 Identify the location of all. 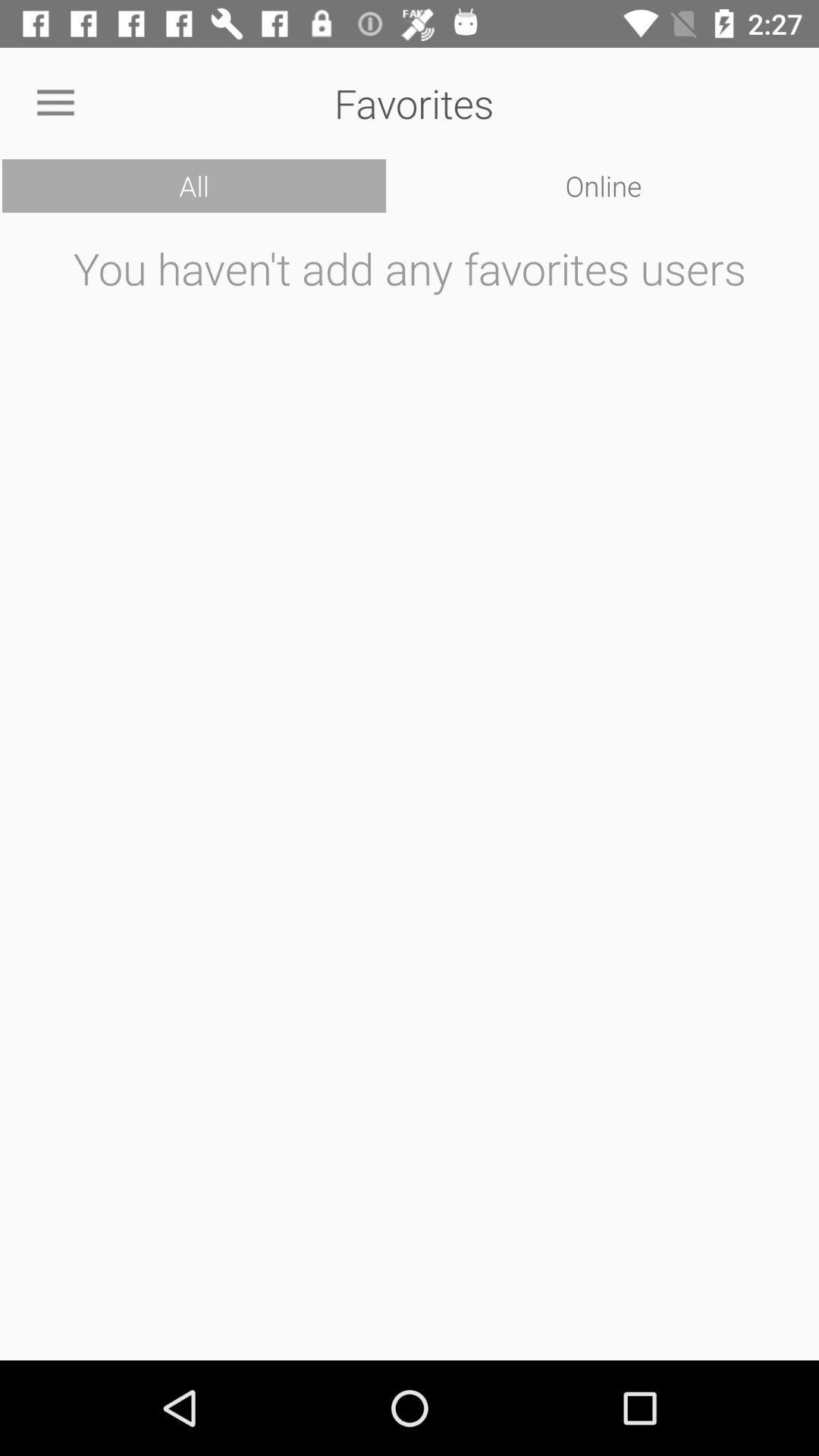
(193, 185).